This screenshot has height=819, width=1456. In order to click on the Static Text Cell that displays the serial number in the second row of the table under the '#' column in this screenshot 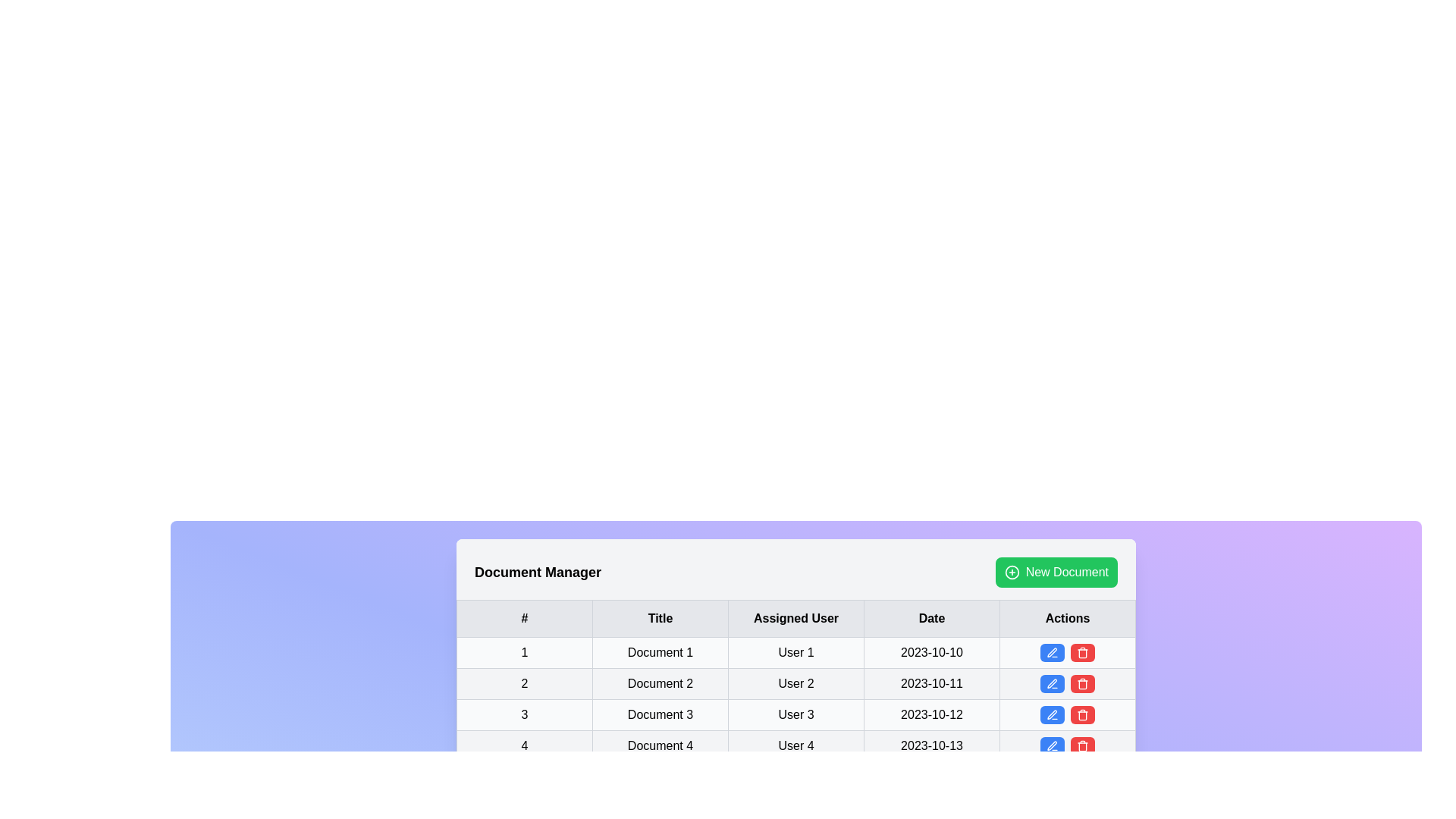, I will do `click(524, 684)`.